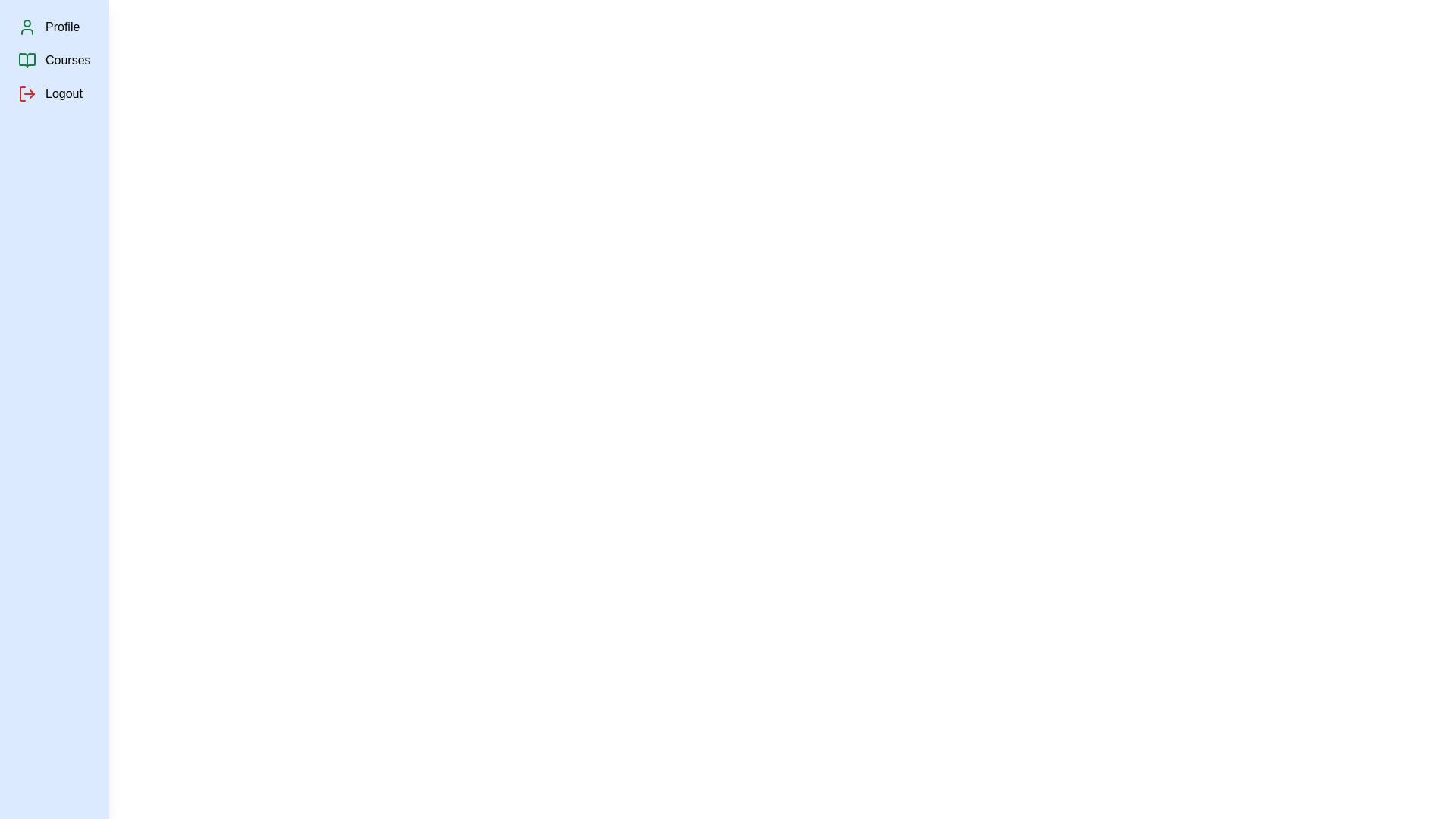 This screenshot has height=819, width=1456. What do you see at coordinates (67, 60) in the screenshot?
I see `the 'Courses' menu item` at bounding box center [67, 60].